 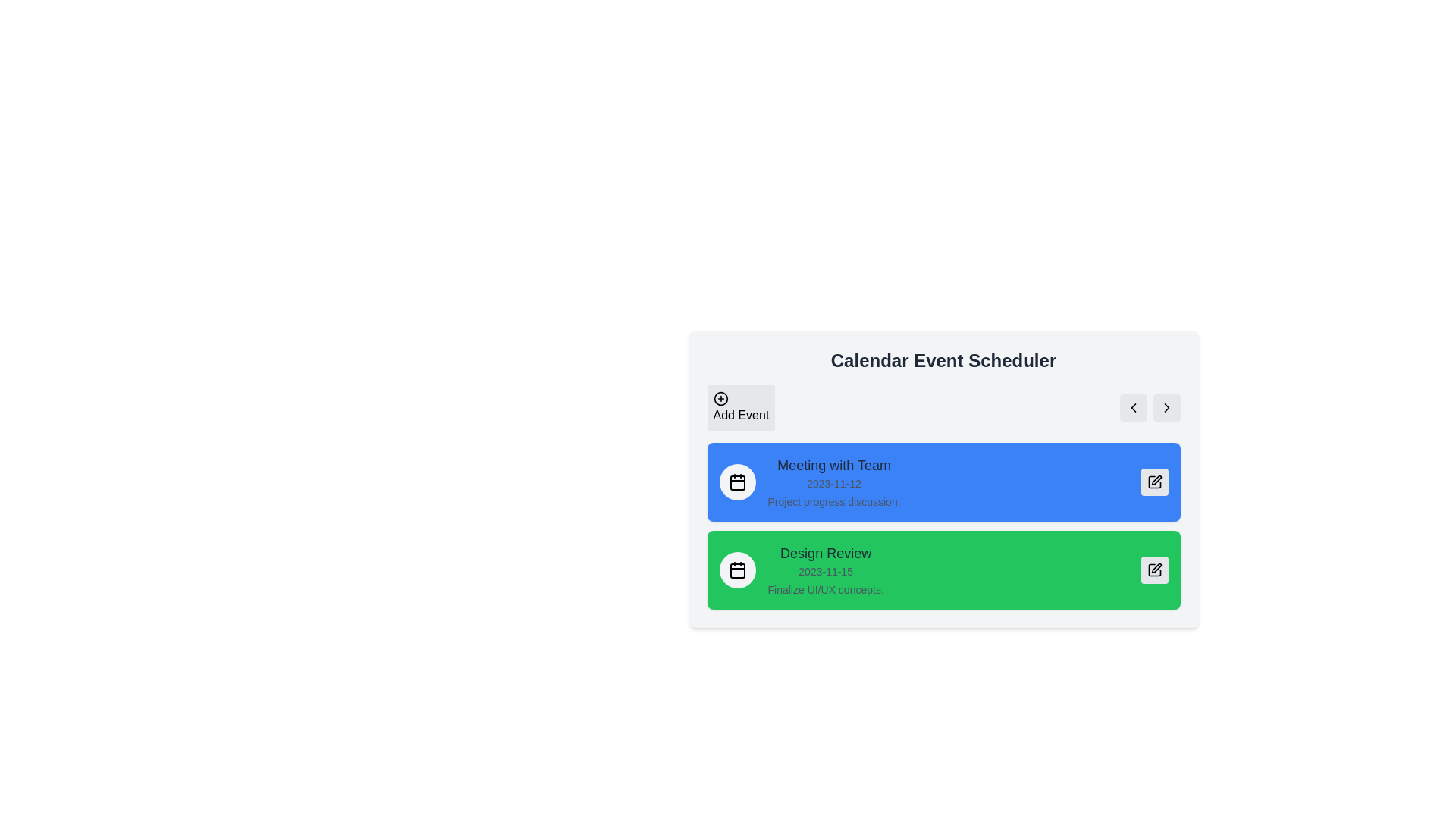 I want to click on the forward navigation button located in the top-right corner of the highlighted area to visualize interactivity, so click(x=1166, y=406).